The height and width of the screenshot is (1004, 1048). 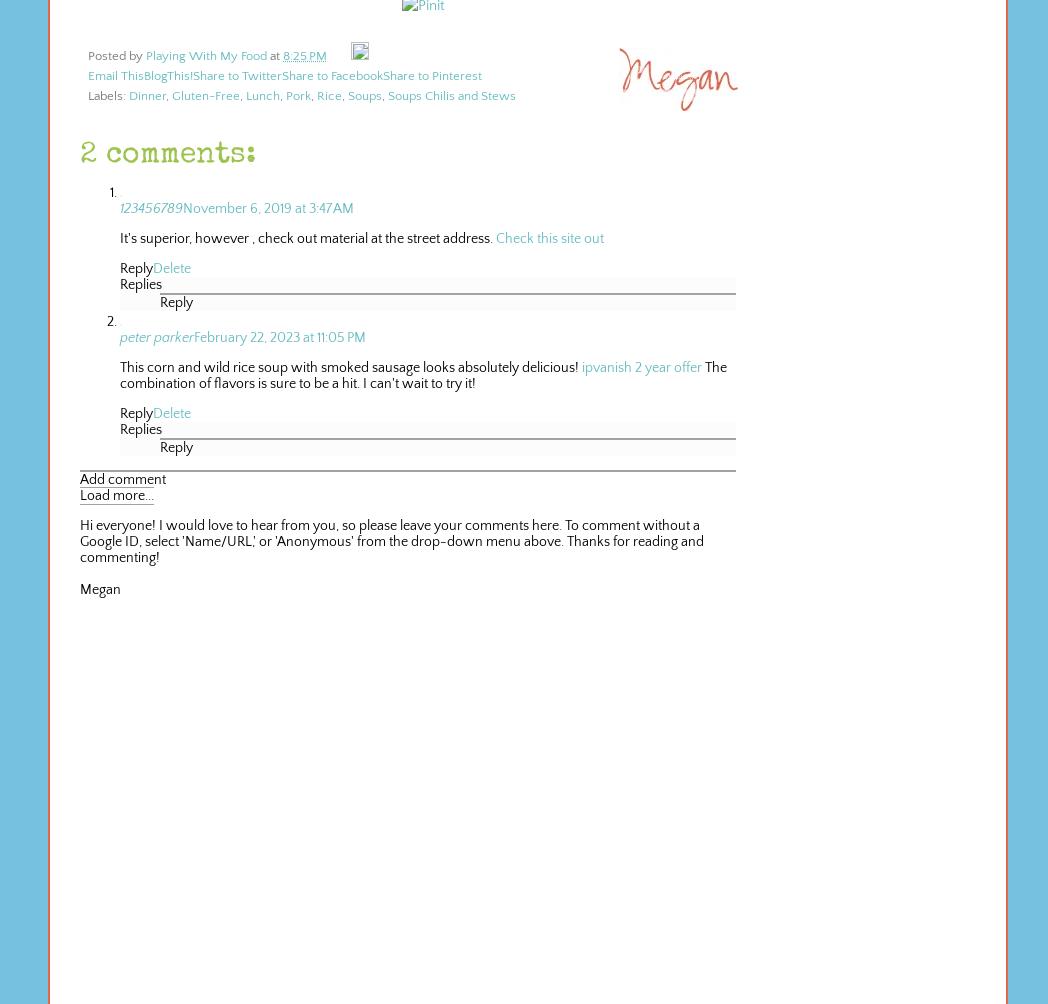 What do you see at coordinates (118, 367) in the screenshot?
I see `'This corn and wild rice soup with smoked sausage looks absolutely delicious!'` at bounding box center [118, 367].